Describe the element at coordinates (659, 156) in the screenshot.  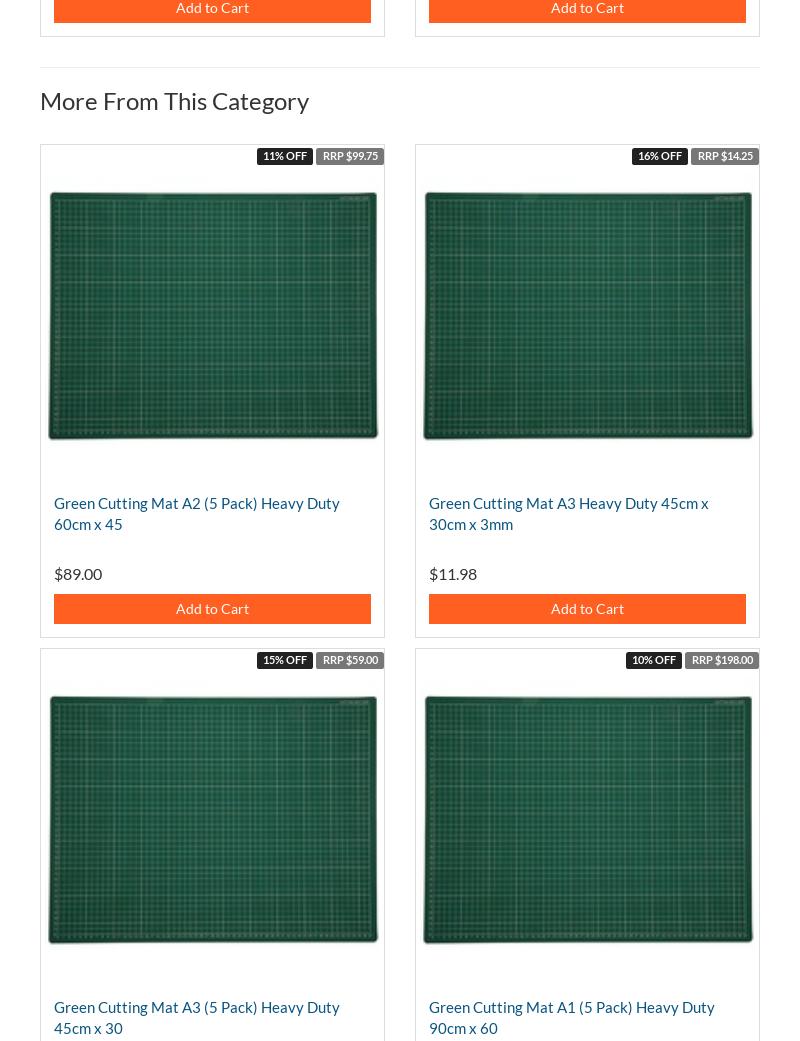
I see `'16% OFF'` at that location.